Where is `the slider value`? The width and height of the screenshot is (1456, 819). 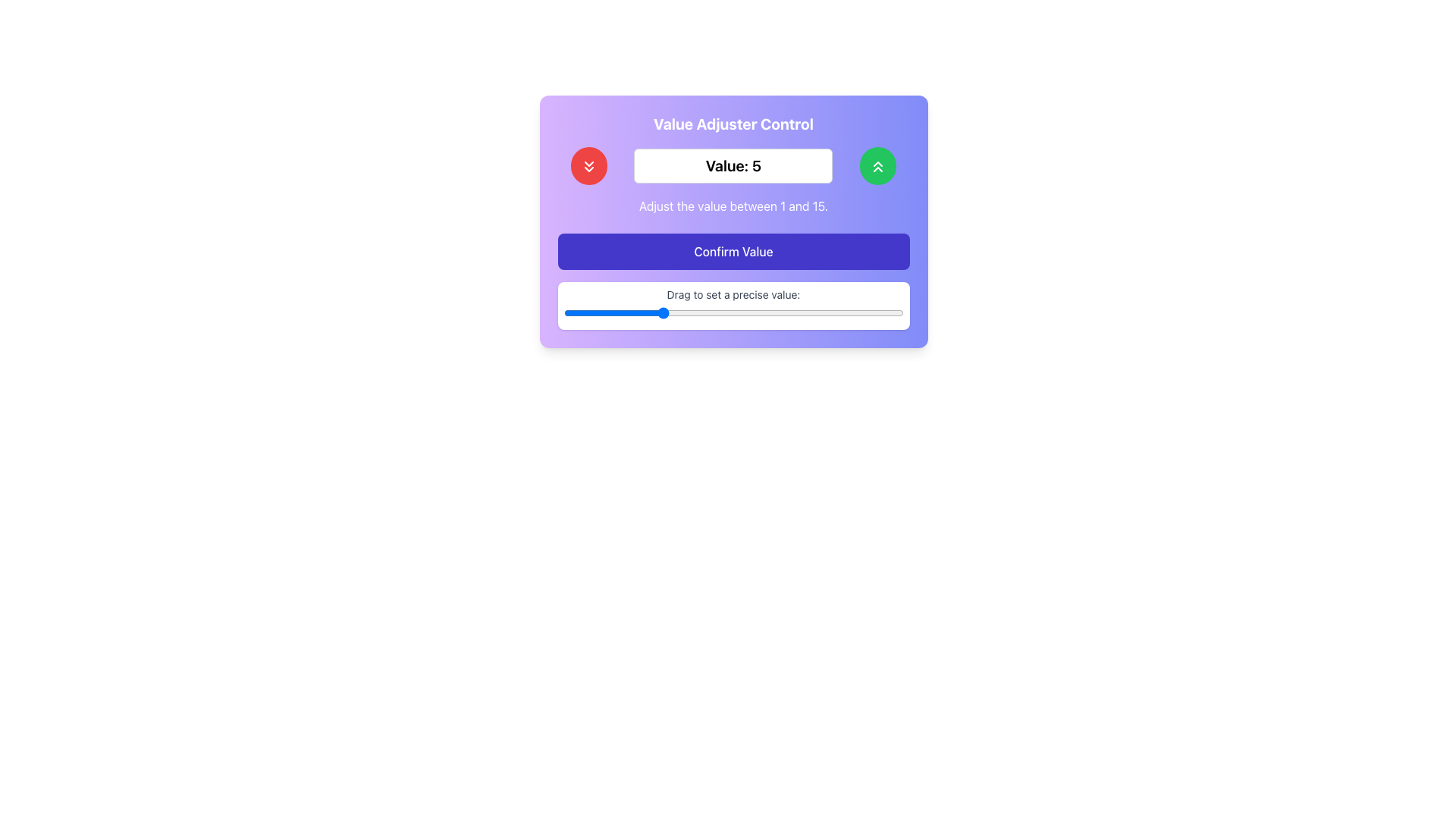 the slider value is located at coordinates (636, 312).